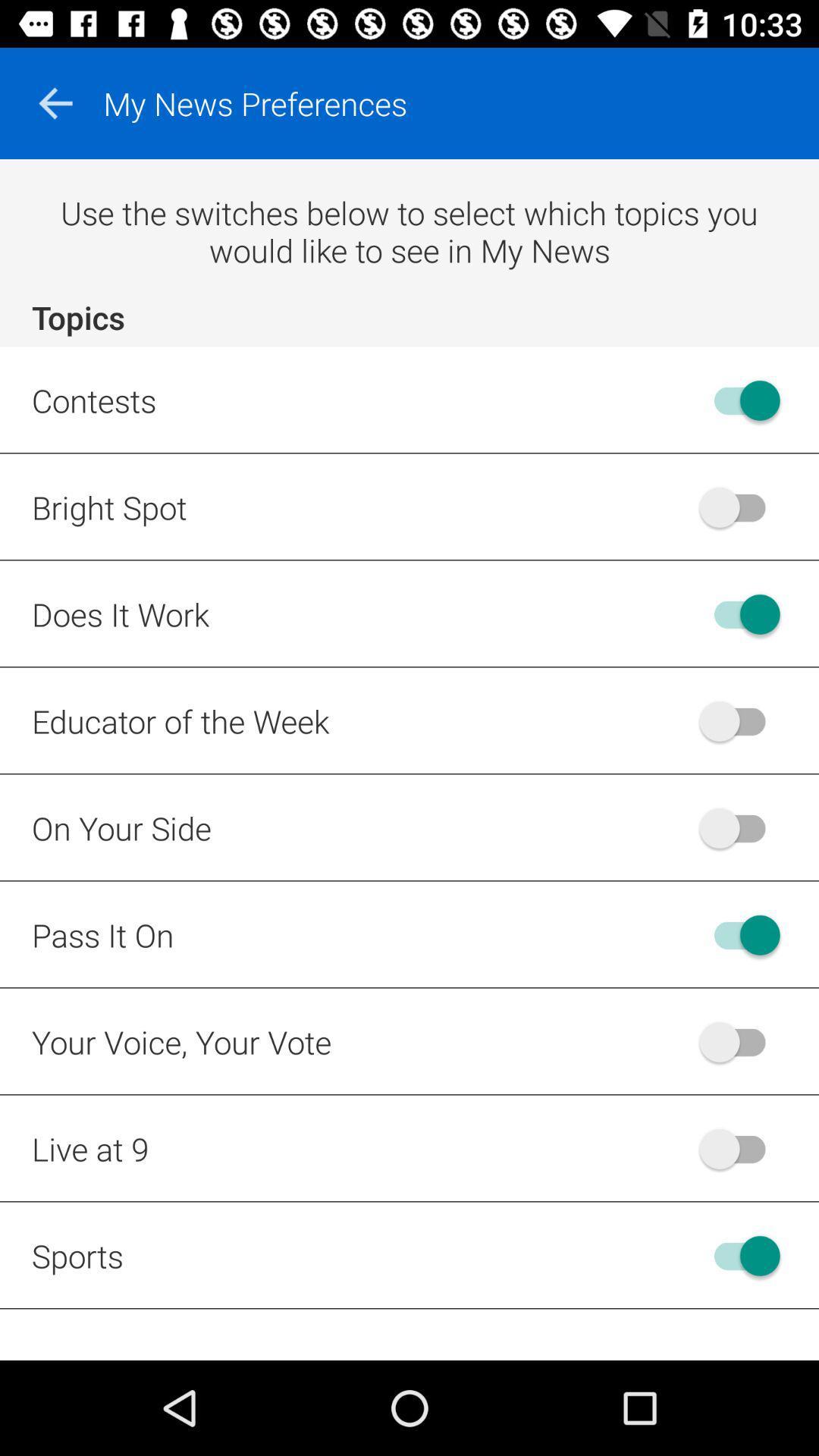 Image resolution: width=819 pixels, height=1456 pixels. Describe the element at coordinates (739, 1256) in the screenshot. I see `button for sports` at that location.